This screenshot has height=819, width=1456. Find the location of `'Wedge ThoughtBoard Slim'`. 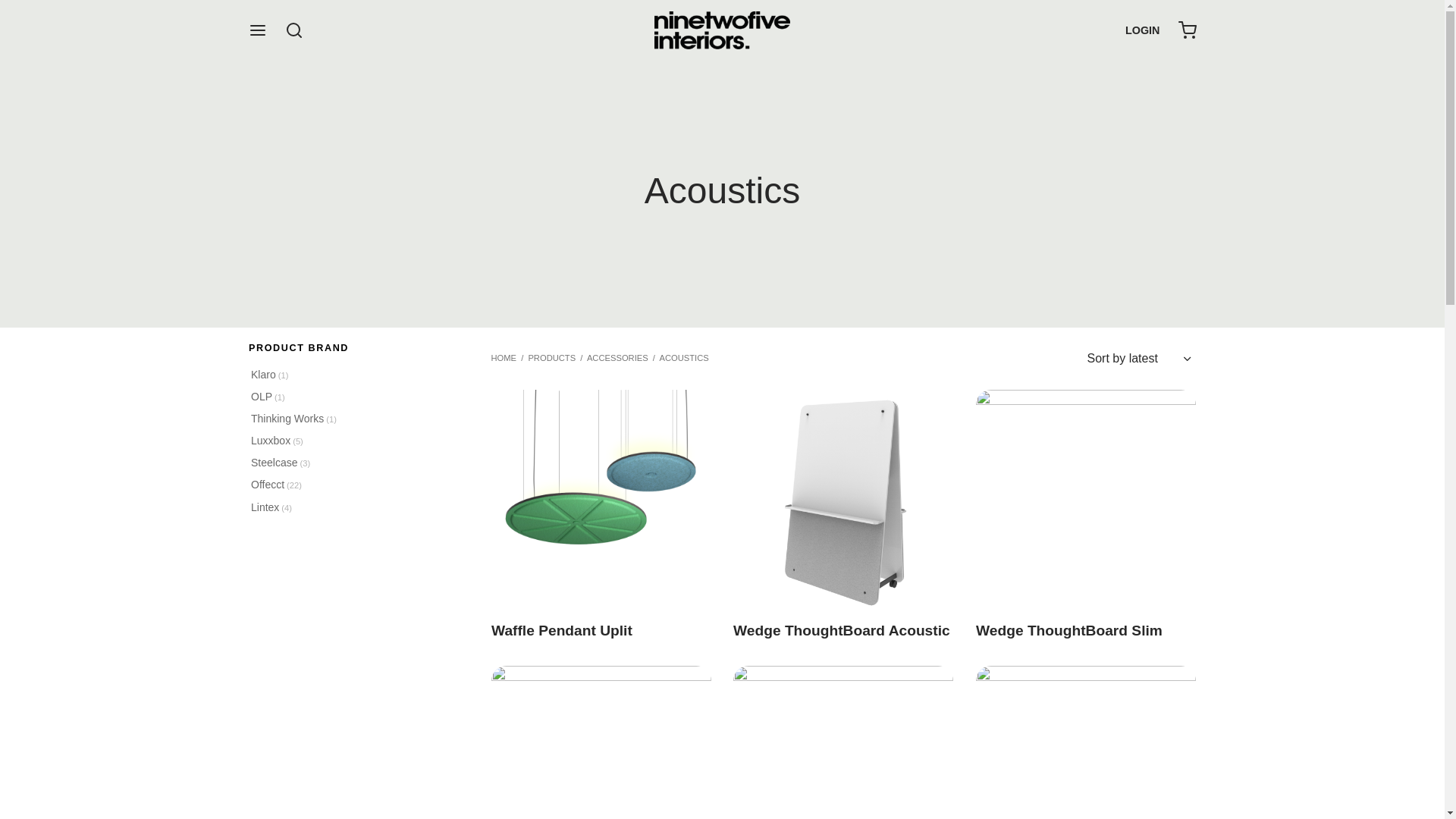

'Wedge ThoughtBoard Slim' is located at coordinates (975, 500).